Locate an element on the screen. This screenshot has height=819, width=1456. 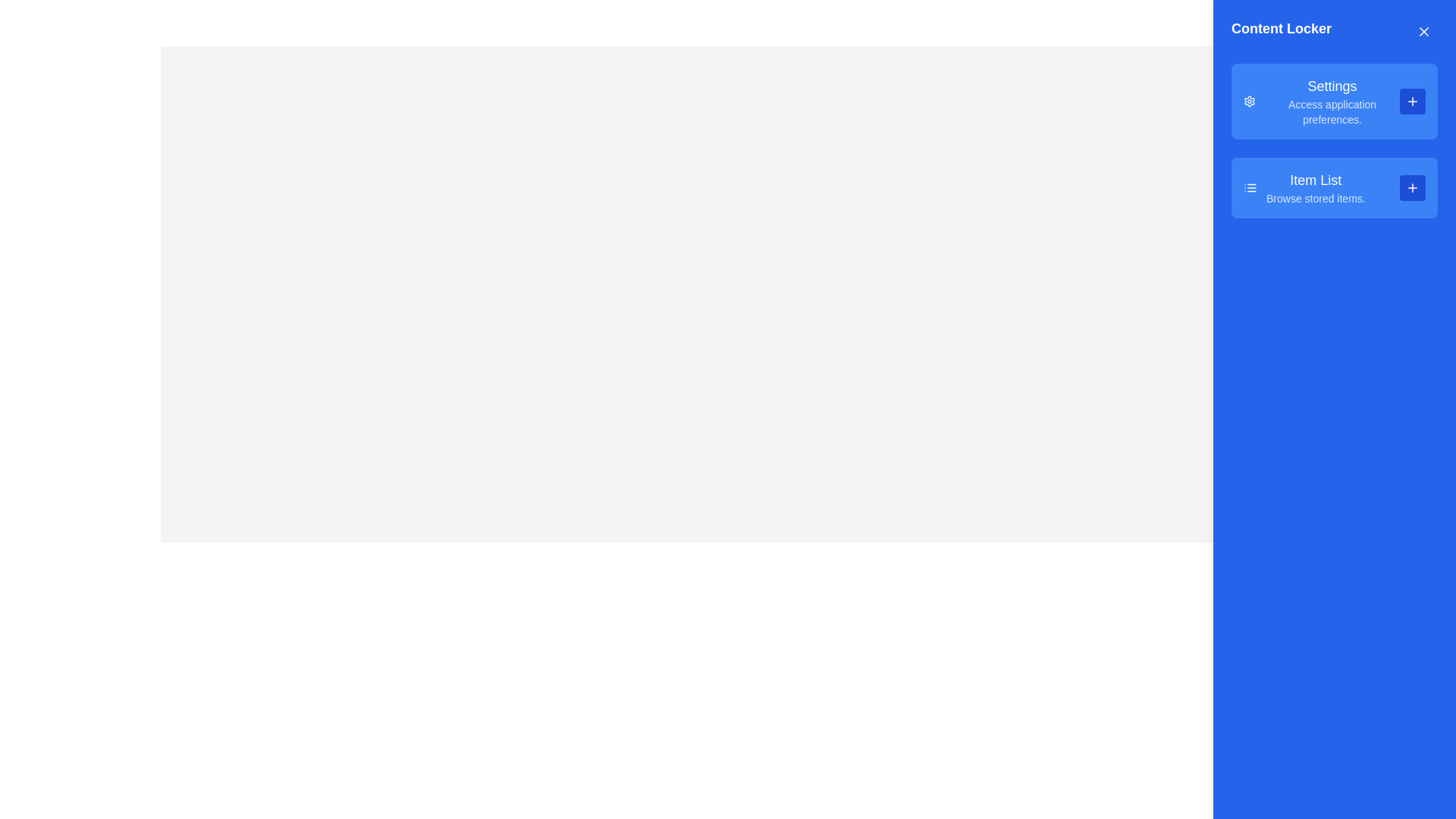
the 'Item List' SVG icon located at the top left corner of the 'Item List' section in the sidebar, adjacent to the 'Item List' text is located at coordinates (1250, 187).